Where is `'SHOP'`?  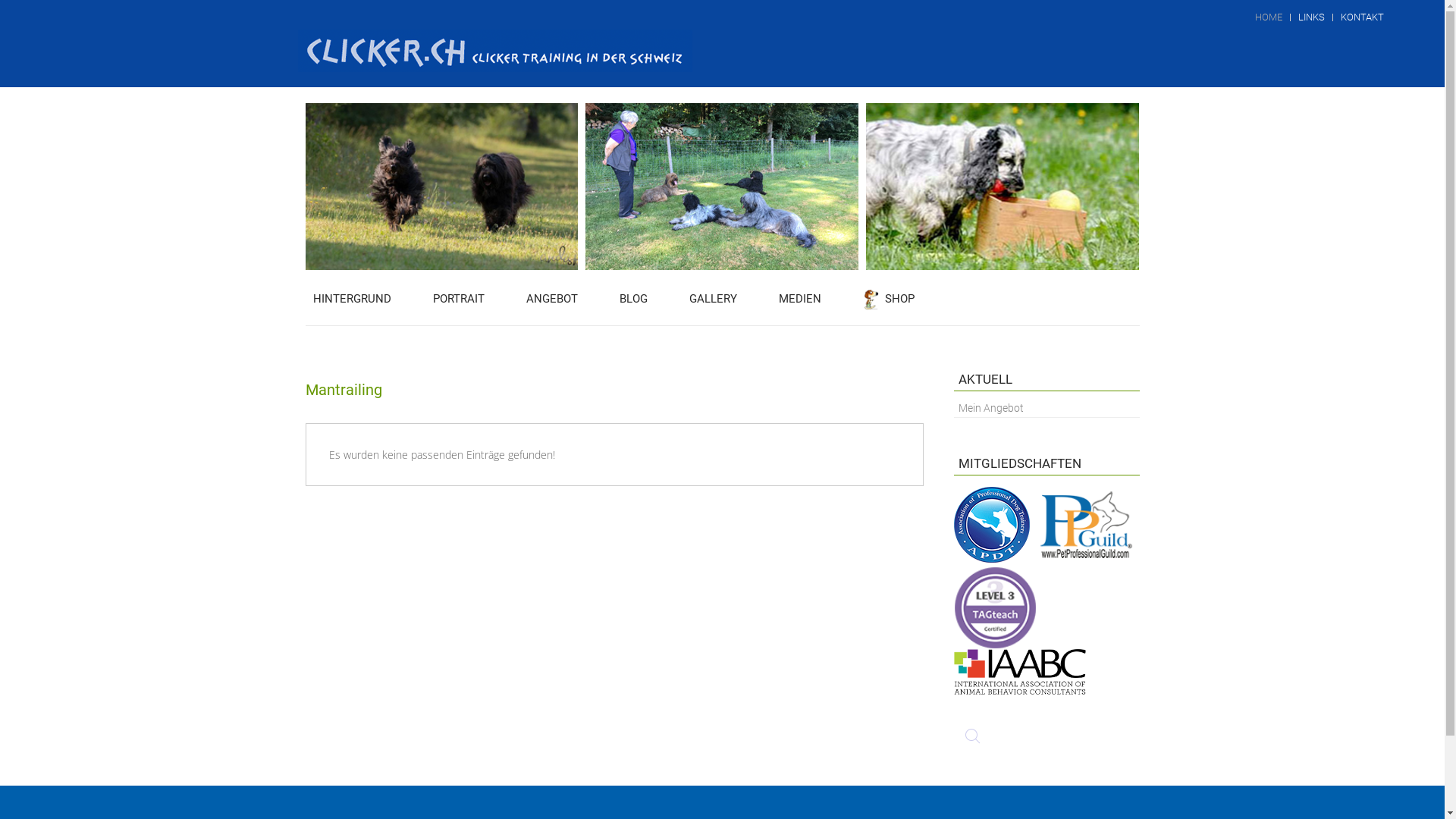
'SHOP' is located at coordinates (889, 298).